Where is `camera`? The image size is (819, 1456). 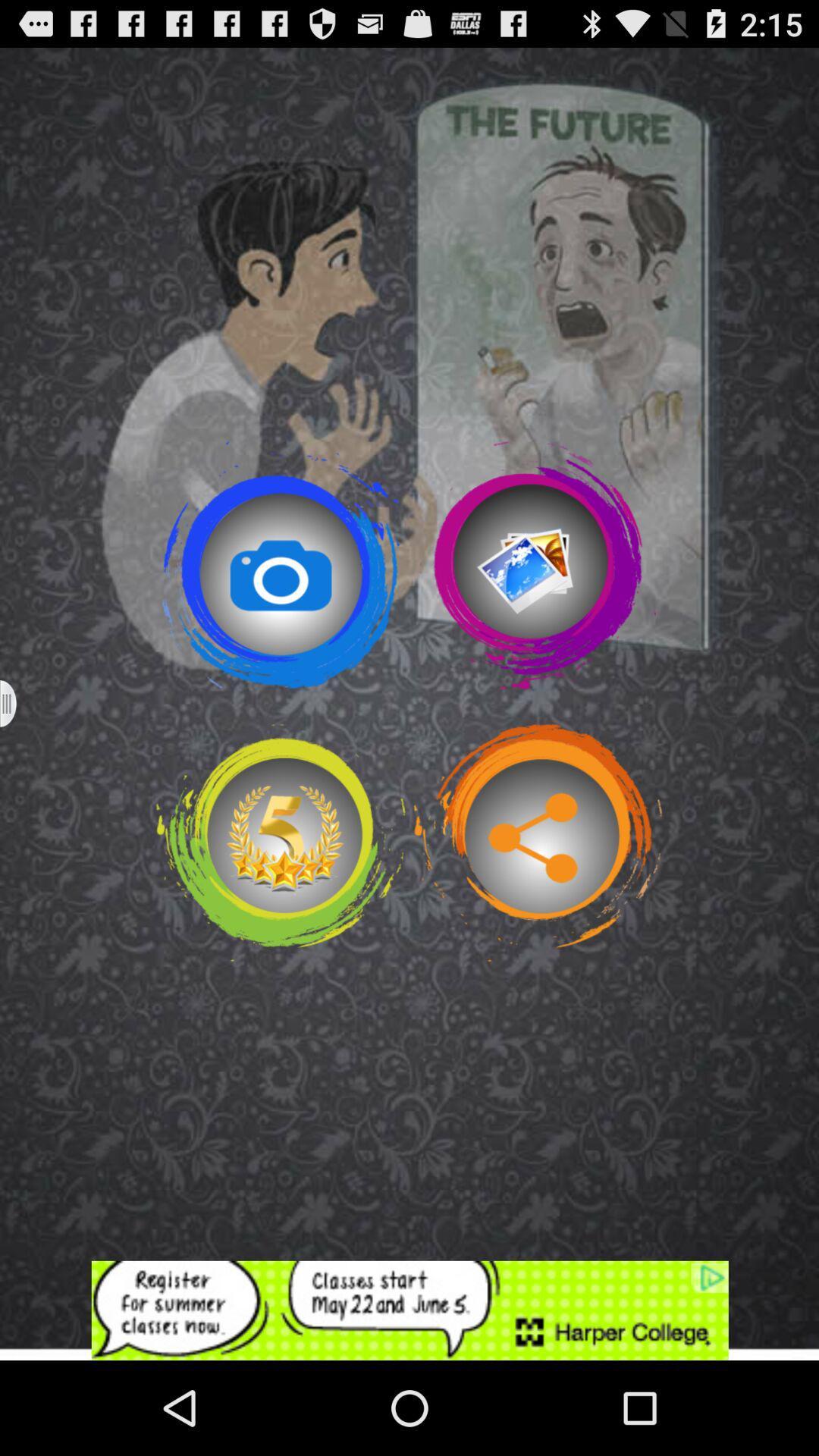 camera is located at coordinates (281, 564).